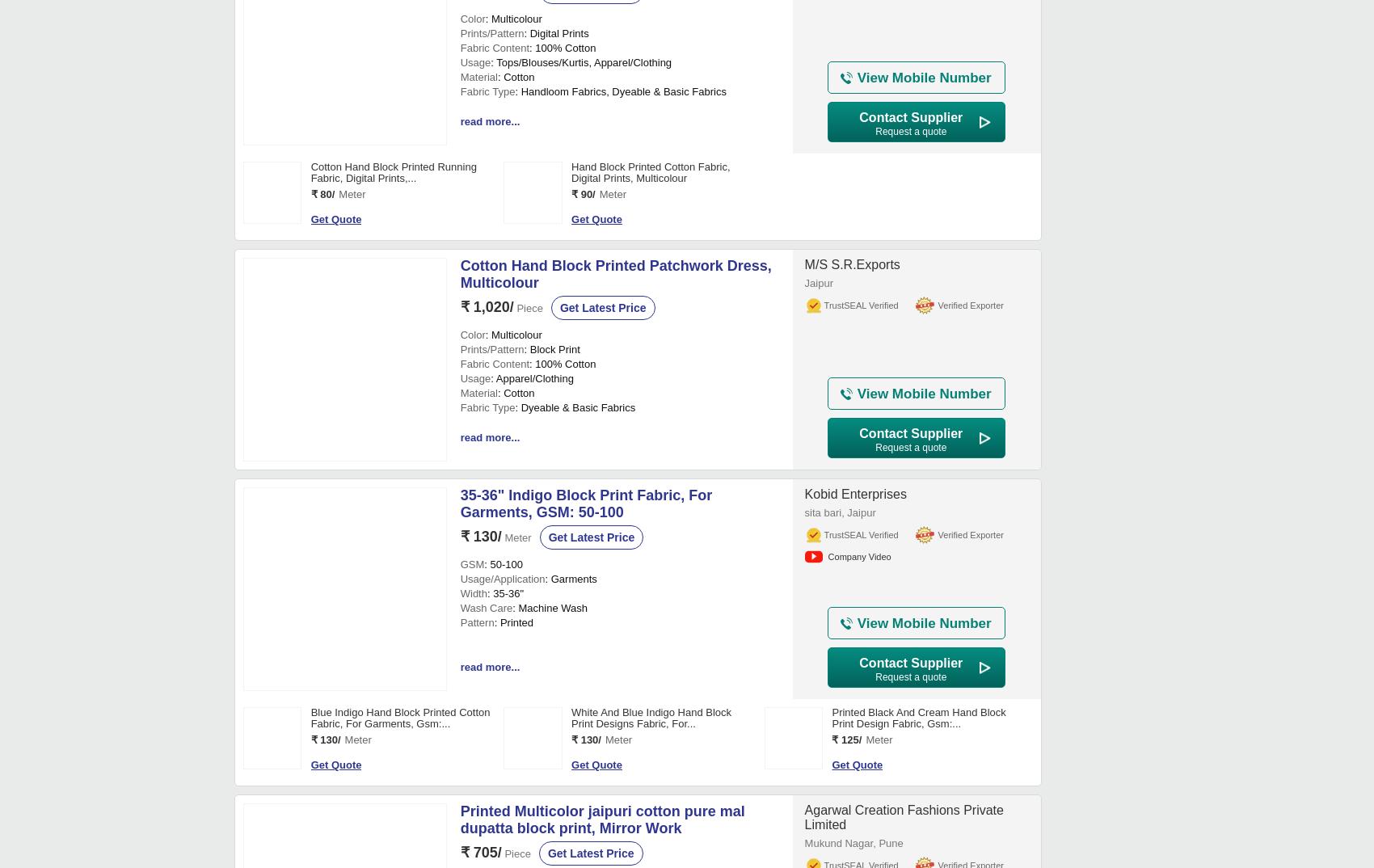 This screenshot has height=868, width=1374. What do you see at coordinates (324, 373) in the screenshot?
I see `'₹ 150/'` at bounding box center [324, 373].